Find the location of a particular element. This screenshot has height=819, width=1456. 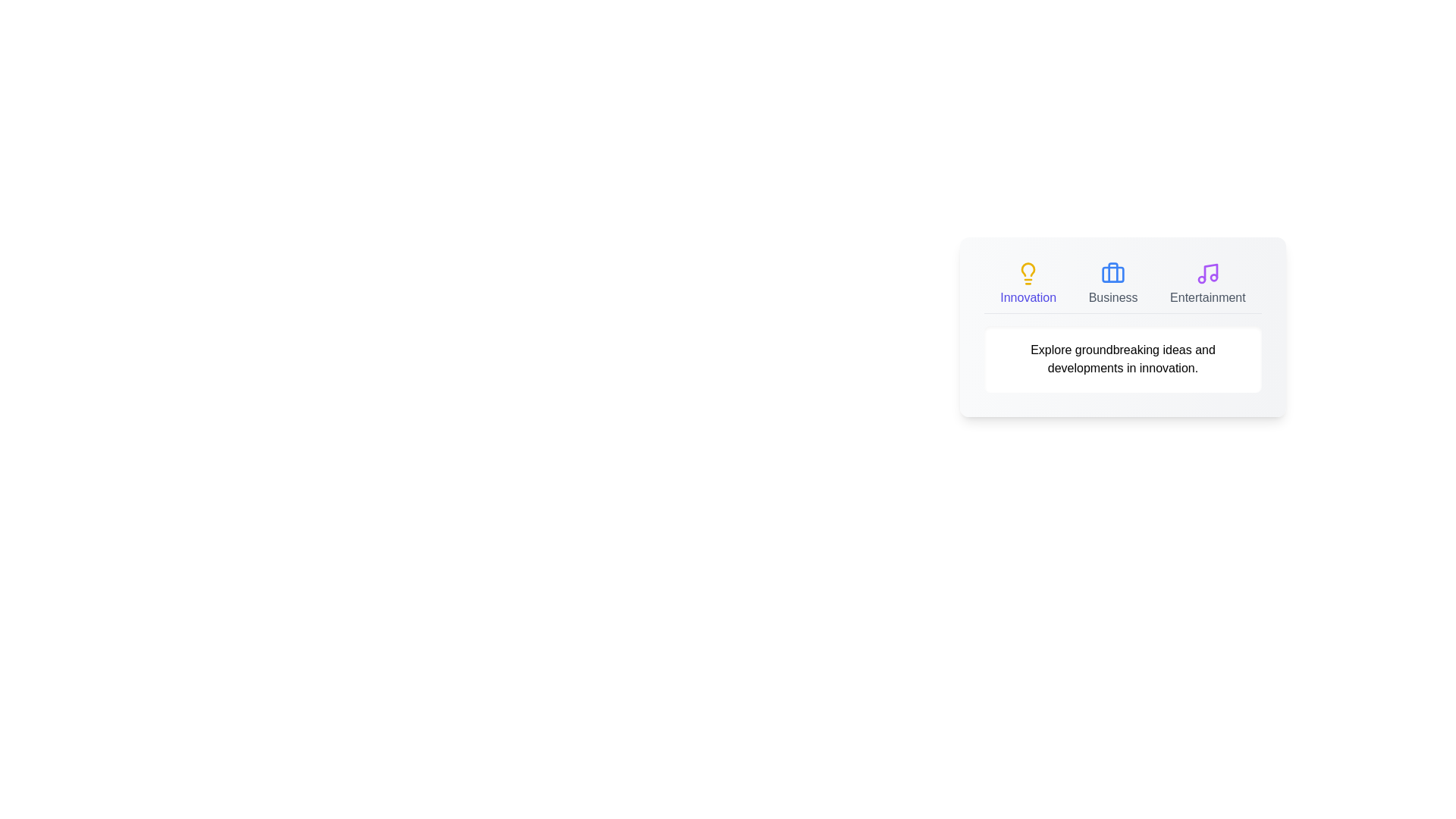

the tab button corresponding to Entertainment is located at coordinates (1207, 284).